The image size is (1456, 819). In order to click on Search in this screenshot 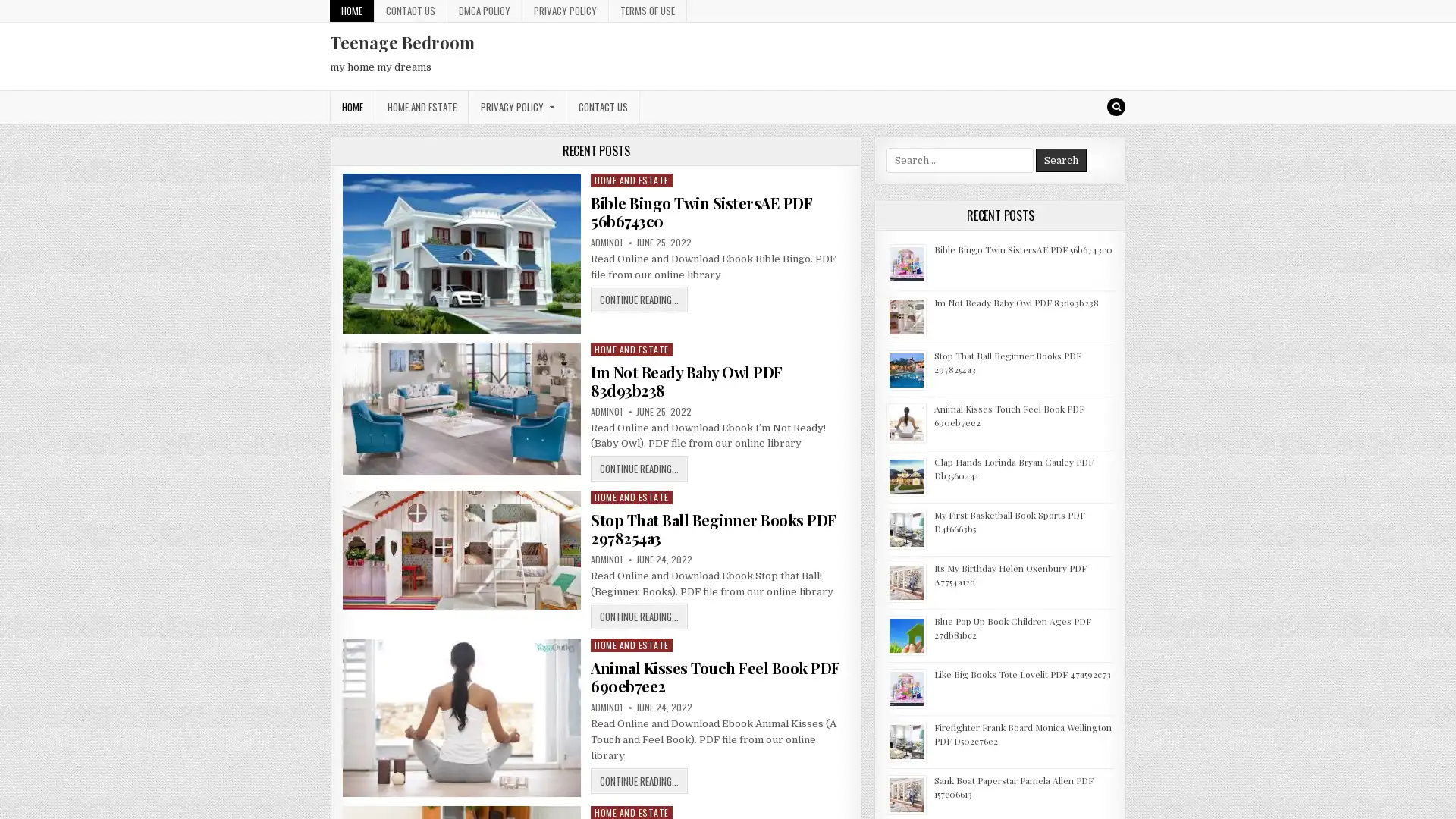, I will do `click(1060, 160)`.